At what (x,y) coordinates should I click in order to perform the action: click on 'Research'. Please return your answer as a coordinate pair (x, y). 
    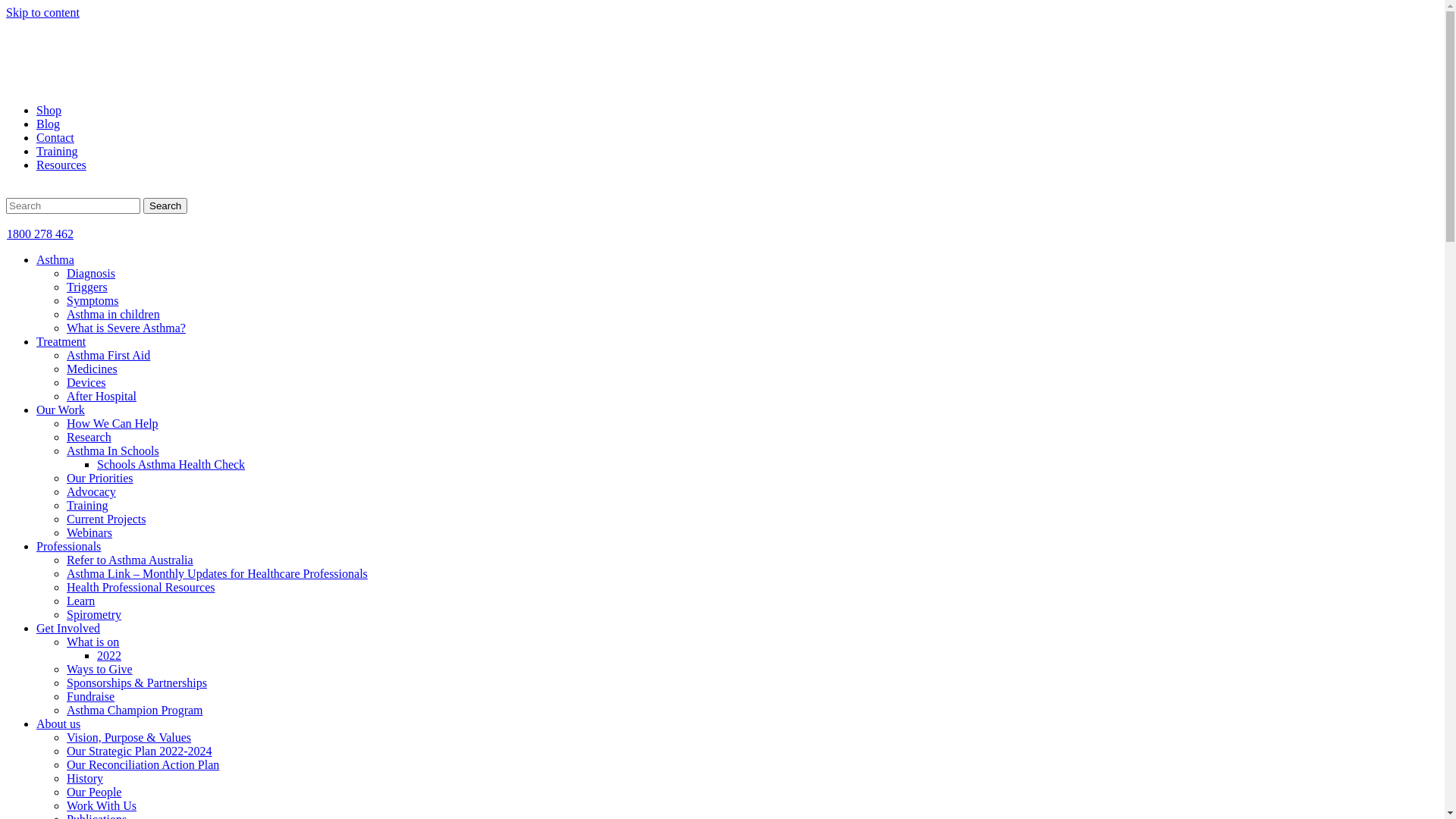
    Looking at the image, I should click on (88, 437).